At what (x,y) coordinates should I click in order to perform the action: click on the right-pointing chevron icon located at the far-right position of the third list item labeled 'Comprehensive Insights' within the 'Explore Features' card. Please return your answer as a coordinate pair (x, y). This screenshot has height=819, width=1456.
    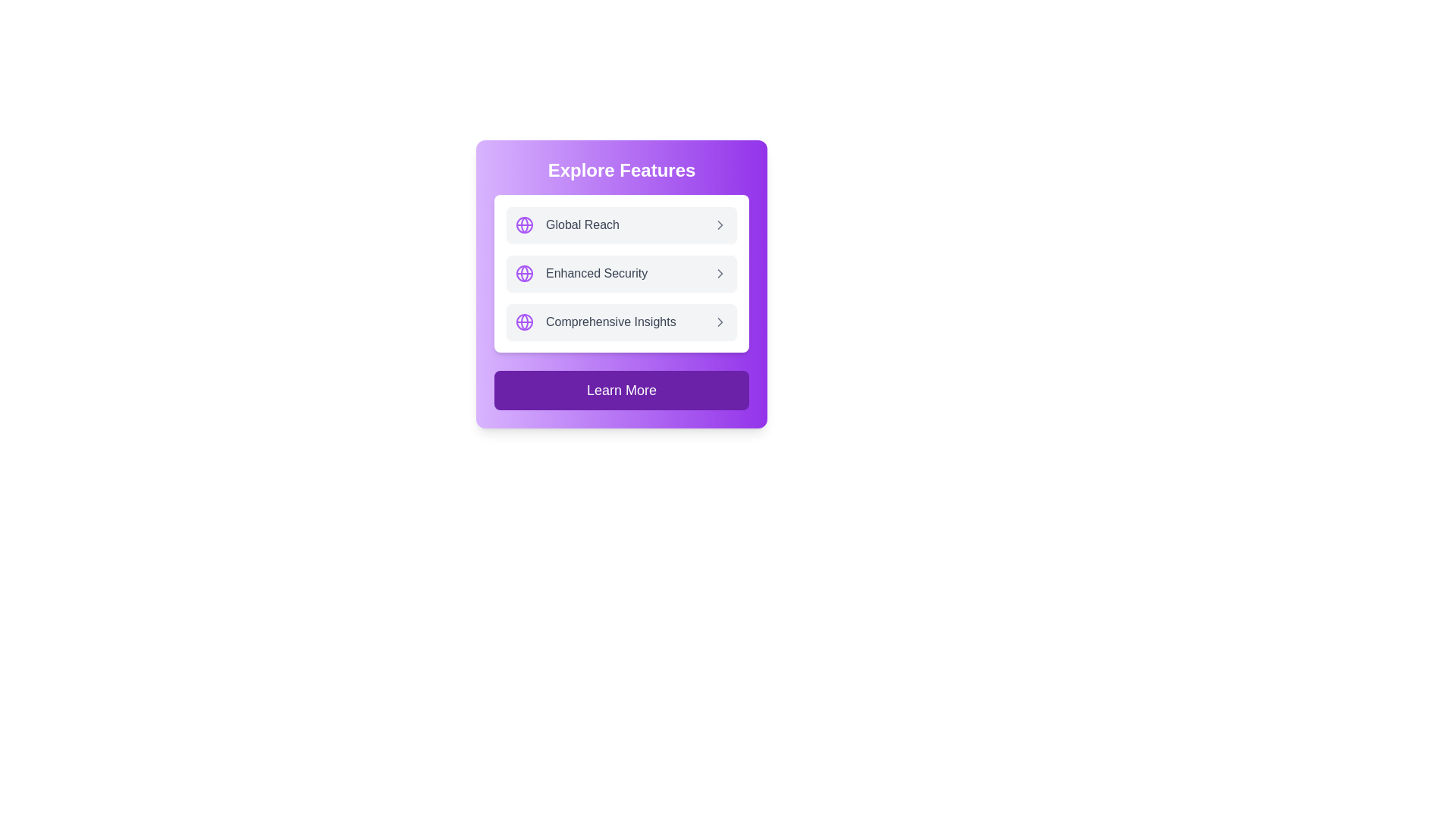
    Looking at the image, I should click on (720, 321).